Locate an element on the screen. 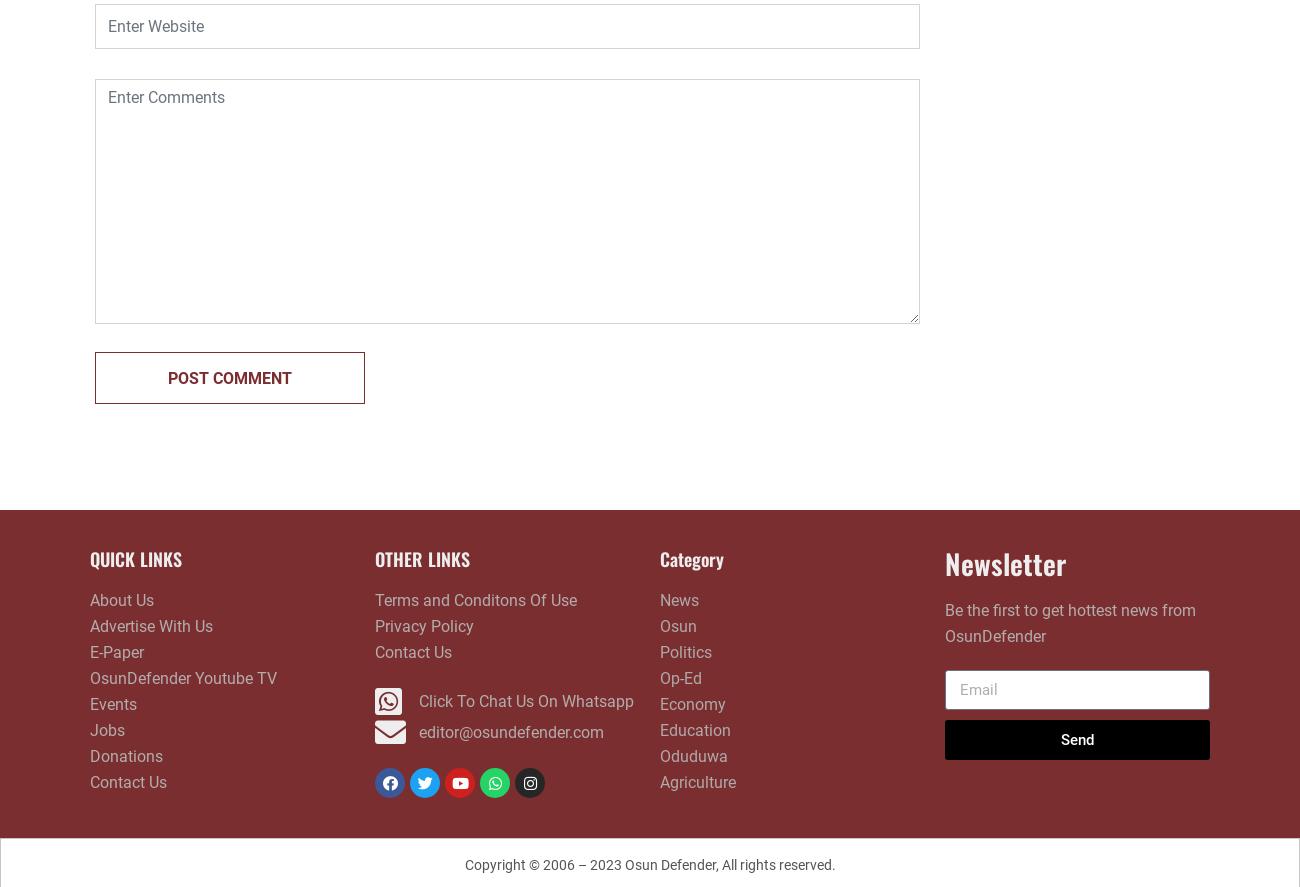 This screenshot has width=1300, height=887. 'Events' is located at coordinates (112, 704).